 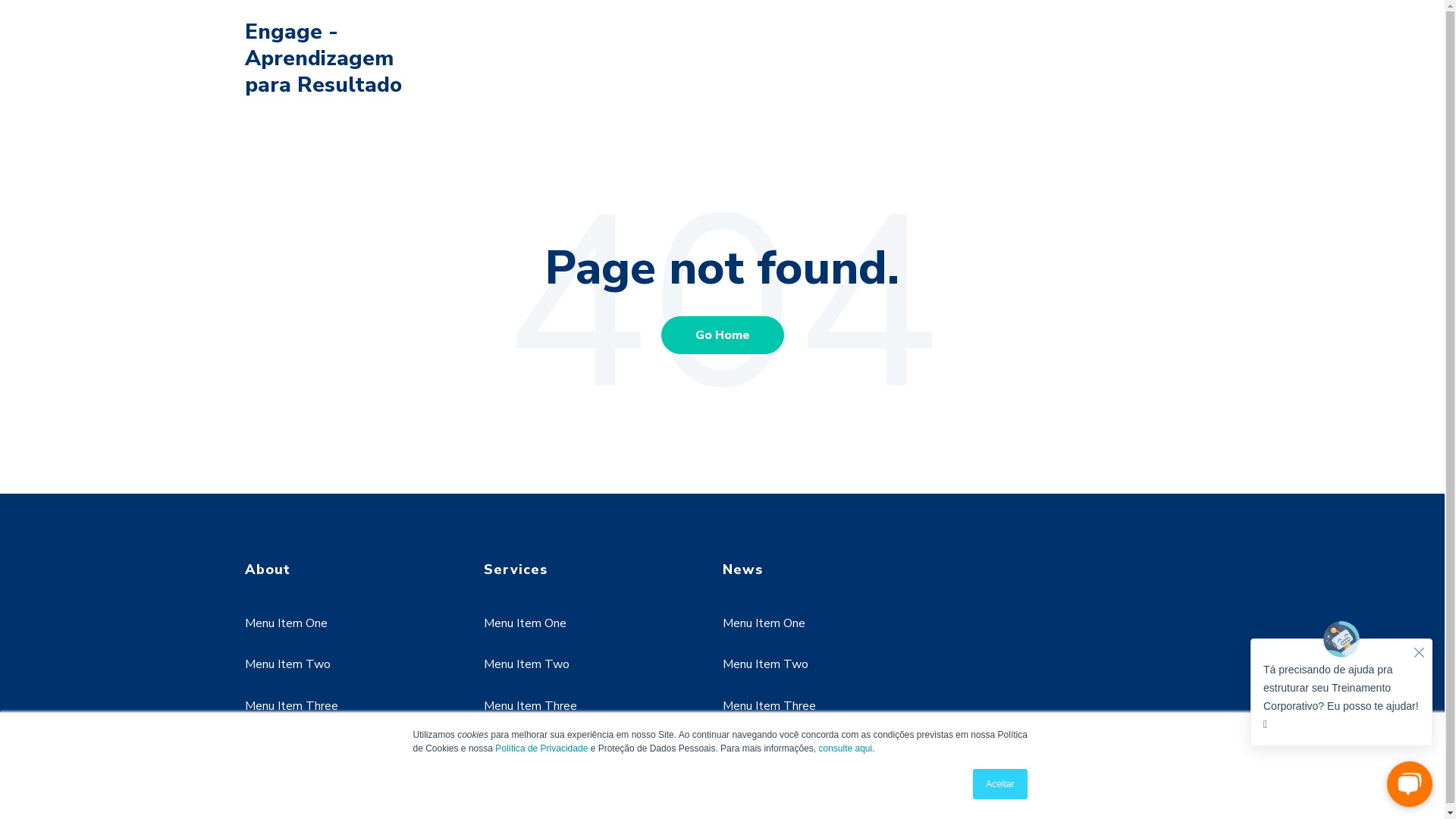 I want to click on 'Menu Item One', so click(x=285, y=623).